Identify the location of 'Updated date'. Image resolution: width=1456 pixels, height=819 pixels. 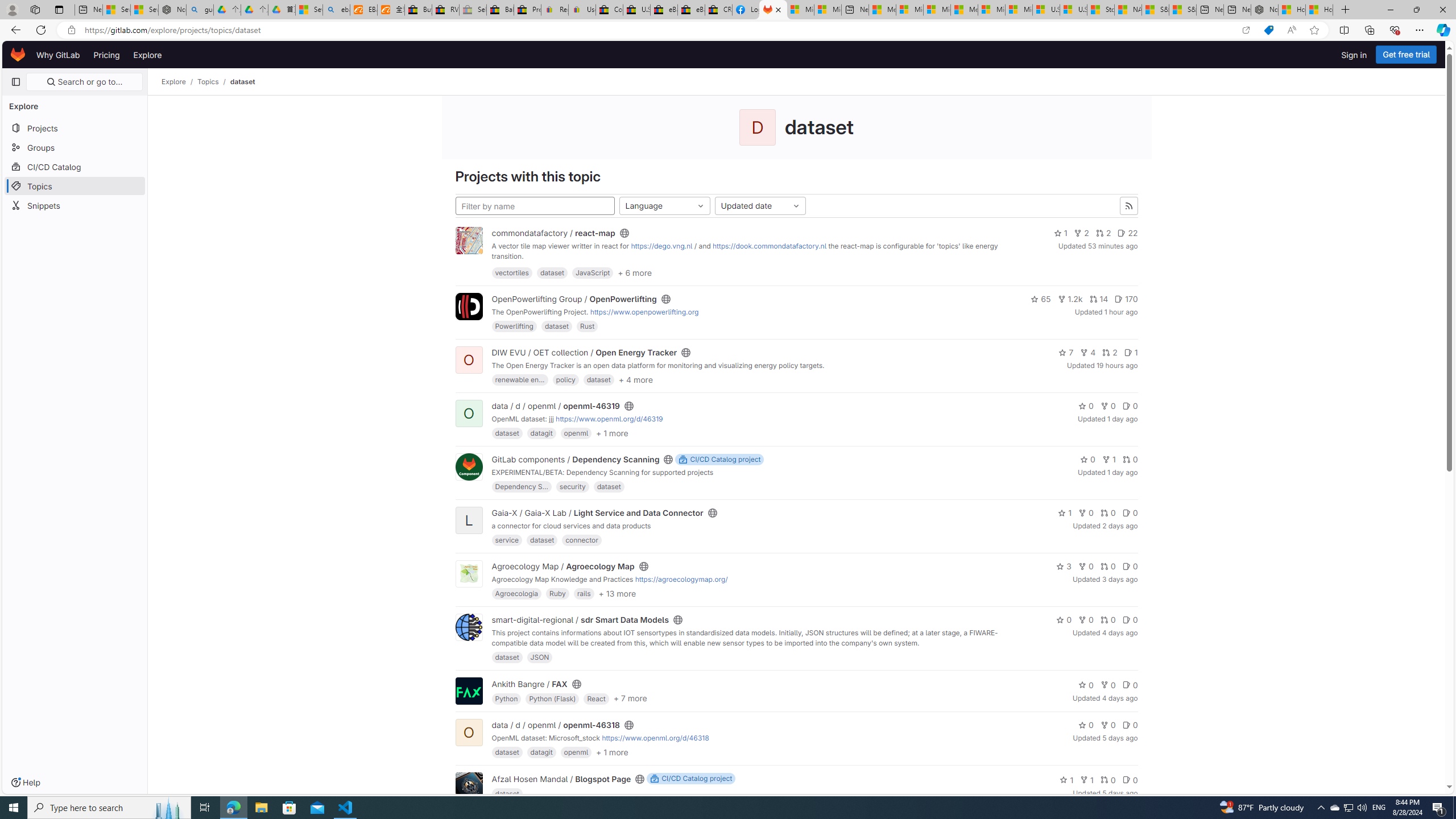
(760, 205).